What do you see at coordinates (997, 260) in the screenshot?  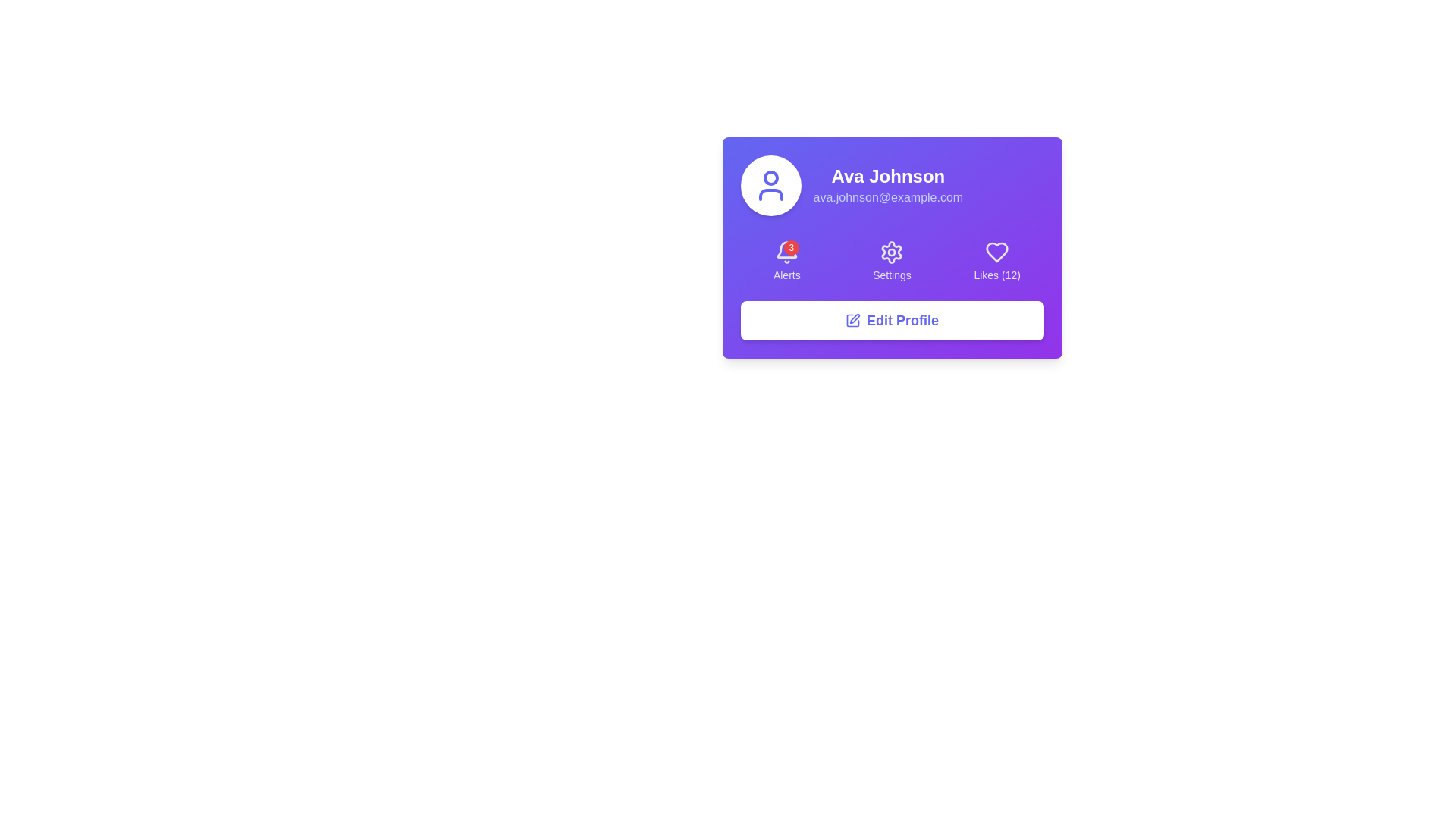 I see `the static information display showing '12' likes, which is the third element in a horizontal grid layout, positioned to the right of 'Alerts' and 'Settings'` at bounding box center [997, 260].